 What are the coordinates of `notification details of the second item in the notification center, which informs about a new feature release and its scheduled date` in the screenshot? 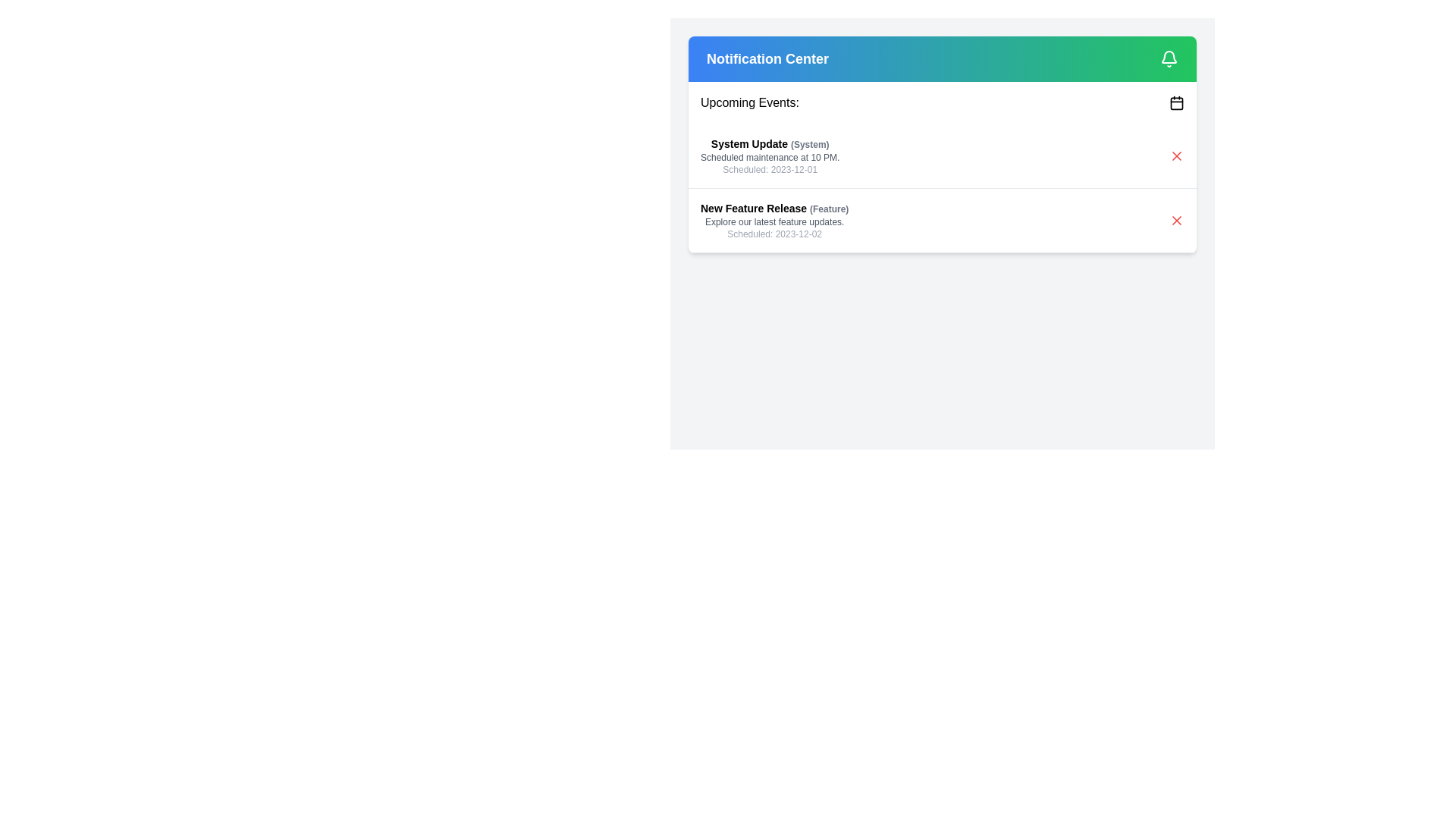 It's located at (942, 220).